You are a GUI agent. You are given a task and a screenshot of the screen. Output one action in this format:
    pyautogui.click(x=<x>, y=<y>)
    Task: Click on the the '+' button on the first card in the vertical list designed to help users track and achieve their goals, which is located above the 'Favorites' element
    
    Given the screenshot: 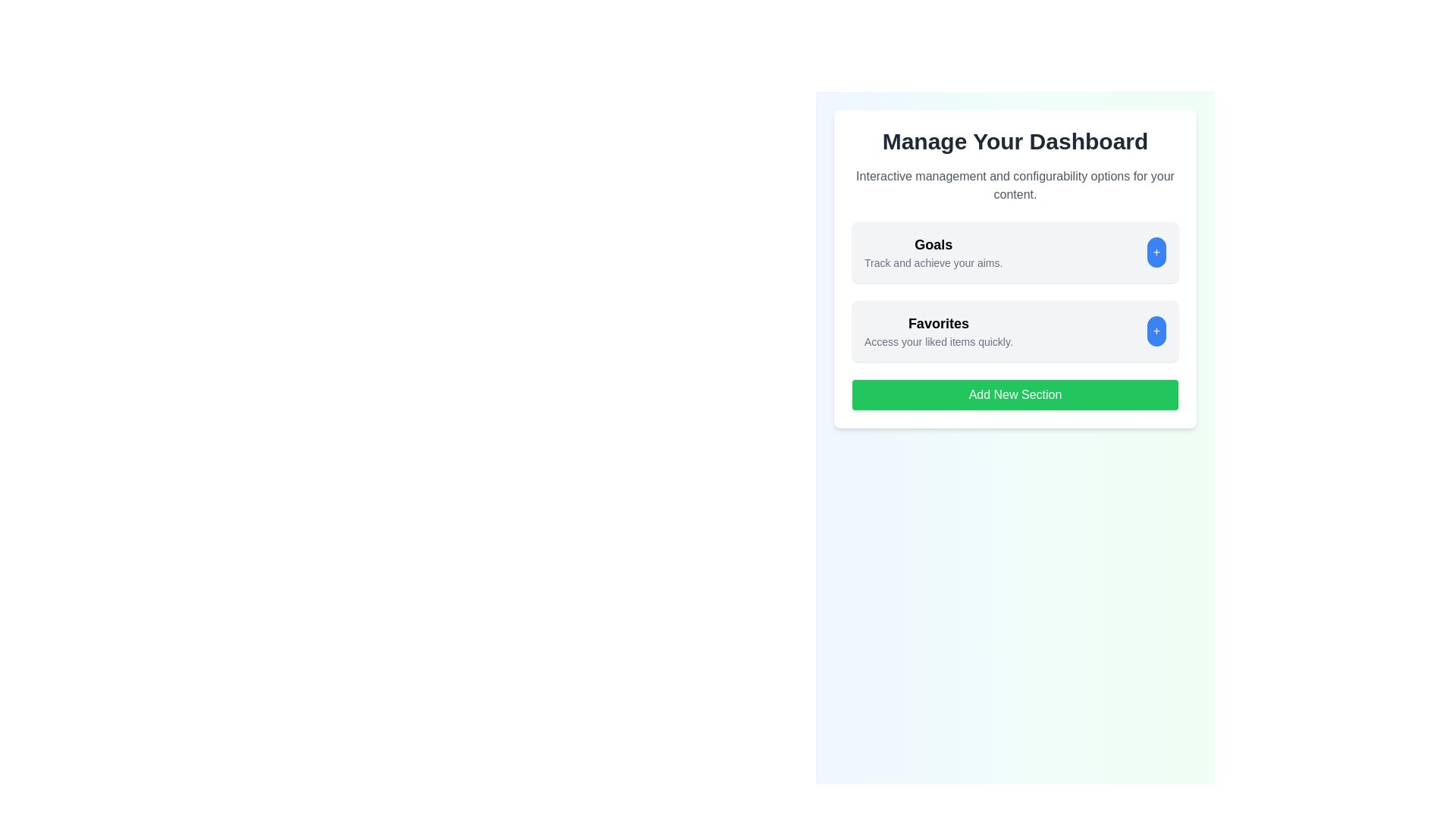 What is the action you would take?
    pyautogui.click(x=1015, y=251)
    